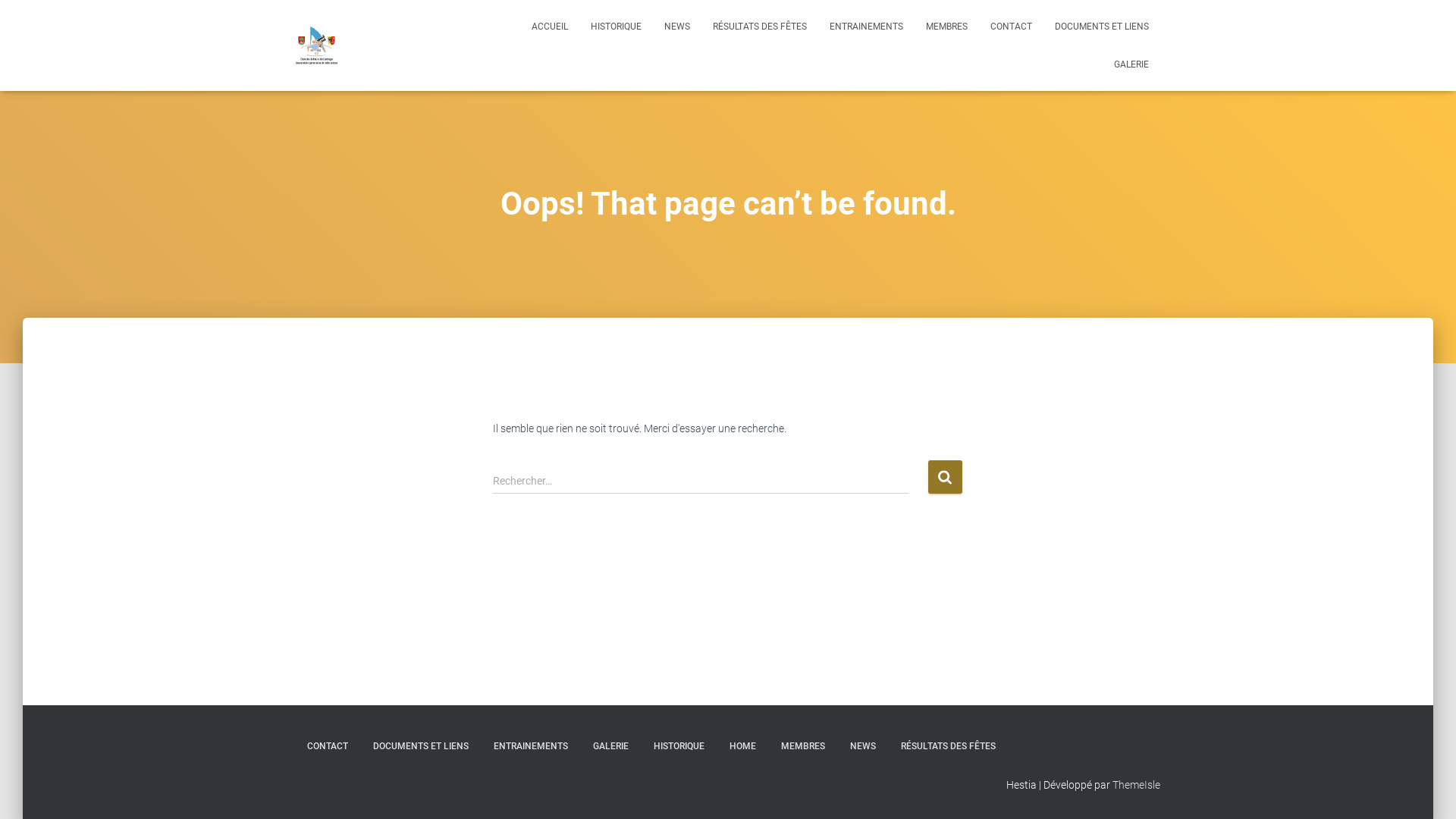 The image size is (1456, 819). Describe the element at coordinates (610, 745) in the screenshot. I see `'GALERIE'` at that location.